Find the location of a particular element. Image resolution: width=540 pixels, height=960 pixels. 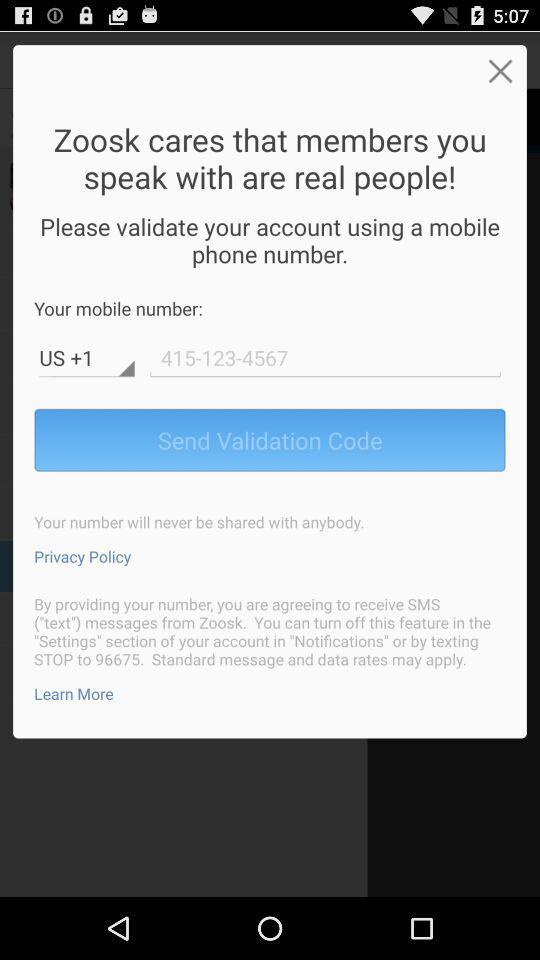

close is located at coordinates (499, 70).